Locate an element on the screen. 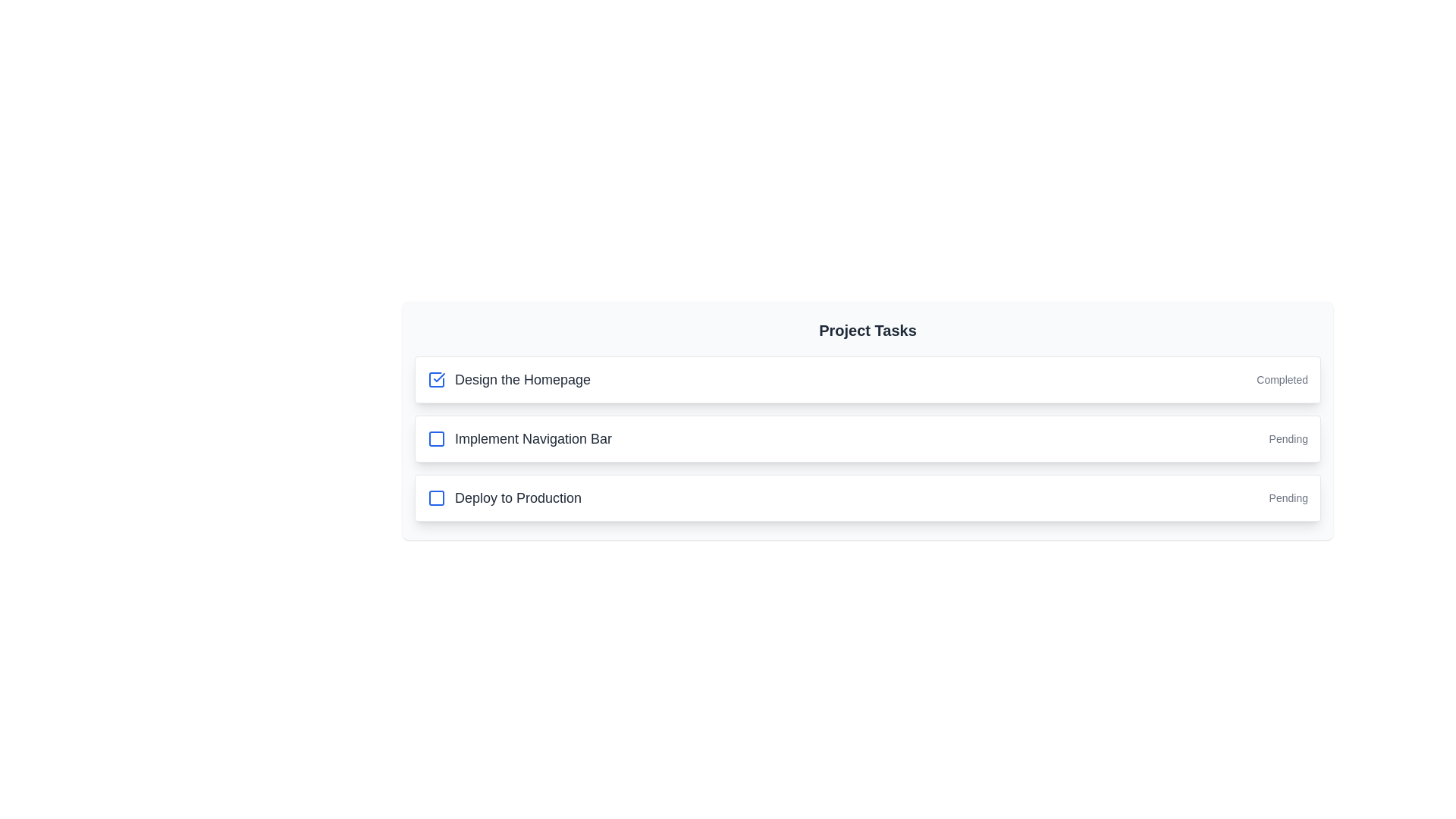 This screenshot has width=1456, height=819. the text label displaying 'Completed', which is a smaller, light gray font indicating the task state for 'Design the Homepage' is located at coordinates (1282, 379).